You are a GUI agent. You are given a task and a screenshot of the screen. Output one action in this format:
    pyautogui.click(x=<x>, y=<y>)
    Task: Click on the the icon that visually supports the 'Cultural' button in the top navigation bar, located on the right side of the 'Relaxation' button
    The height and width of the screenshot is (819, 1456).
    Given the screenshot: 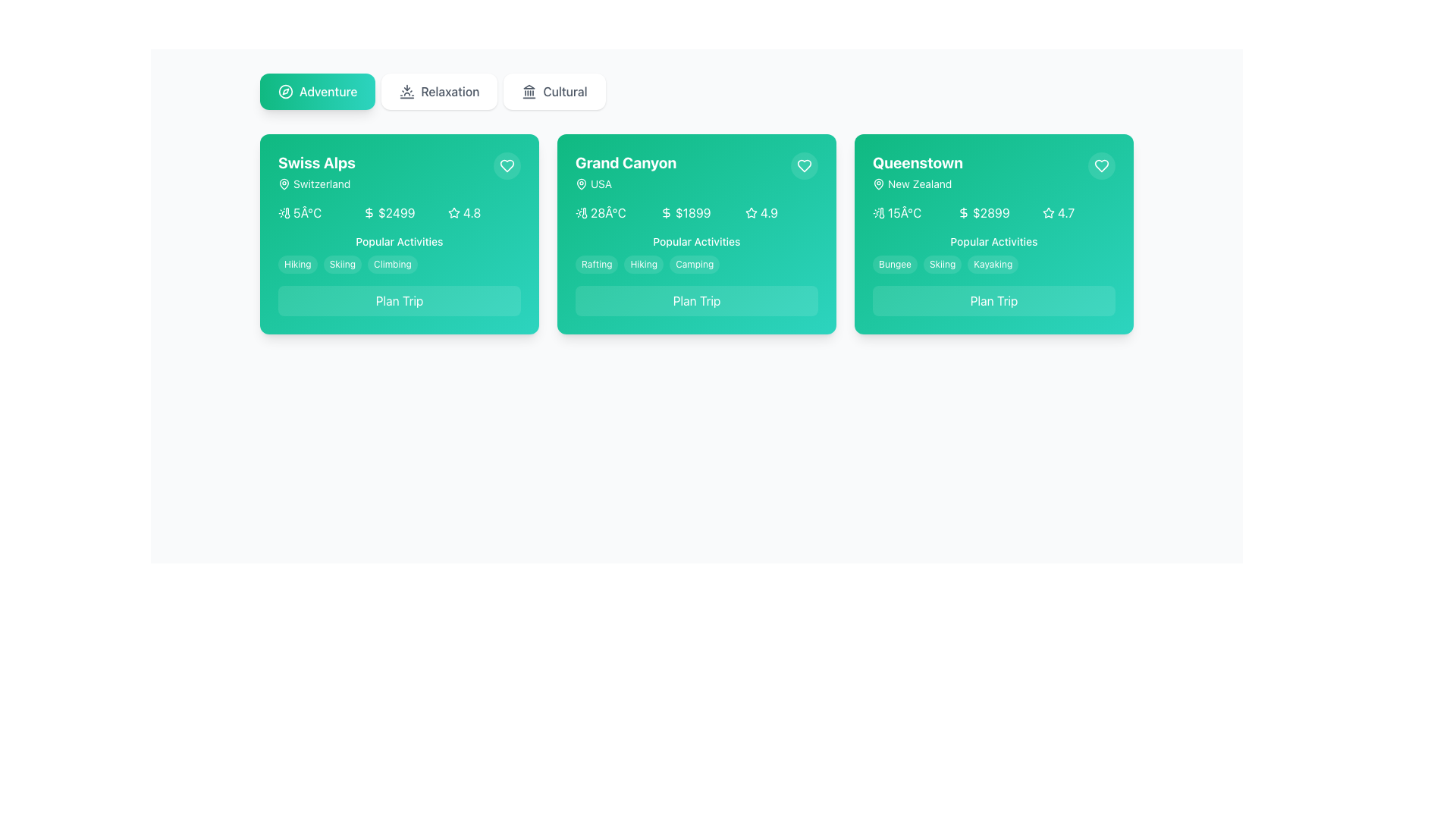 What is the action you would take?
    pyautogui.click(x=529, y=91)
    